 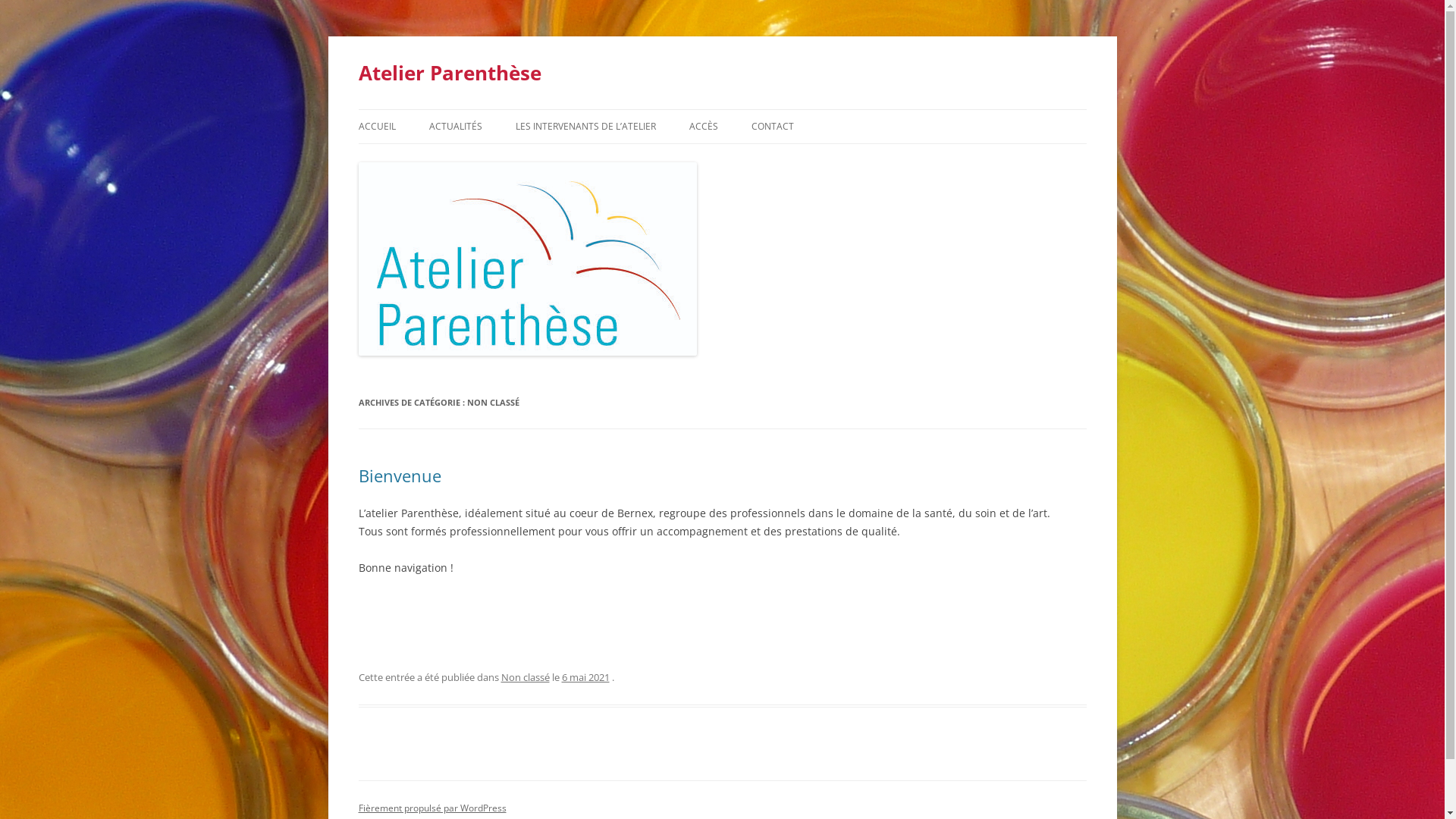 What do you see at coordinates (516, 158) in the screenshot?
I see `'CATHERINE MAFFEI'` at bounding box center [516, 158].